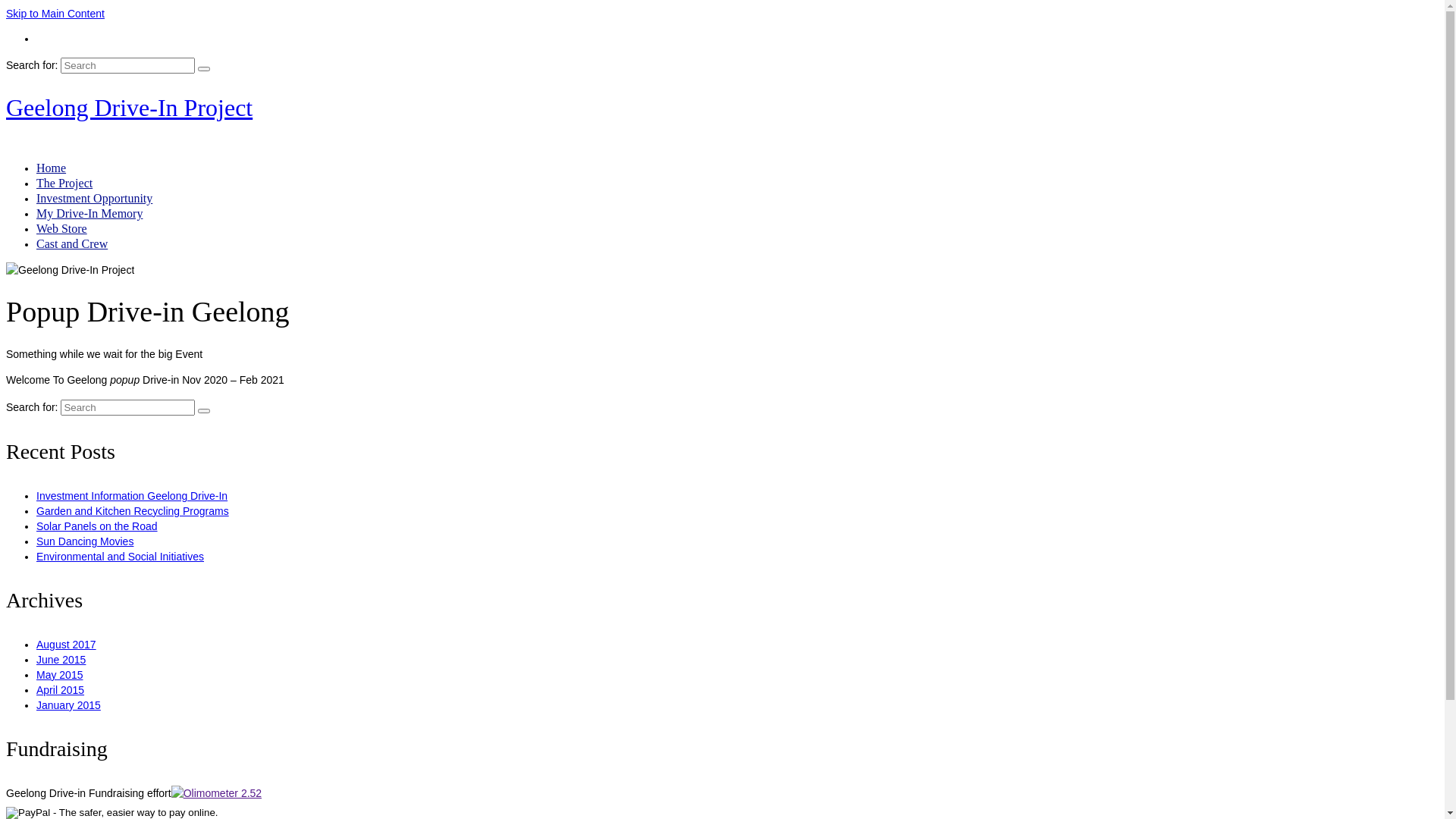 The image size is (1456, 819). Describe the element at coordinates (119, 556) in the screenshot. I see `'Environmental and Social Initiatives'` at that location.